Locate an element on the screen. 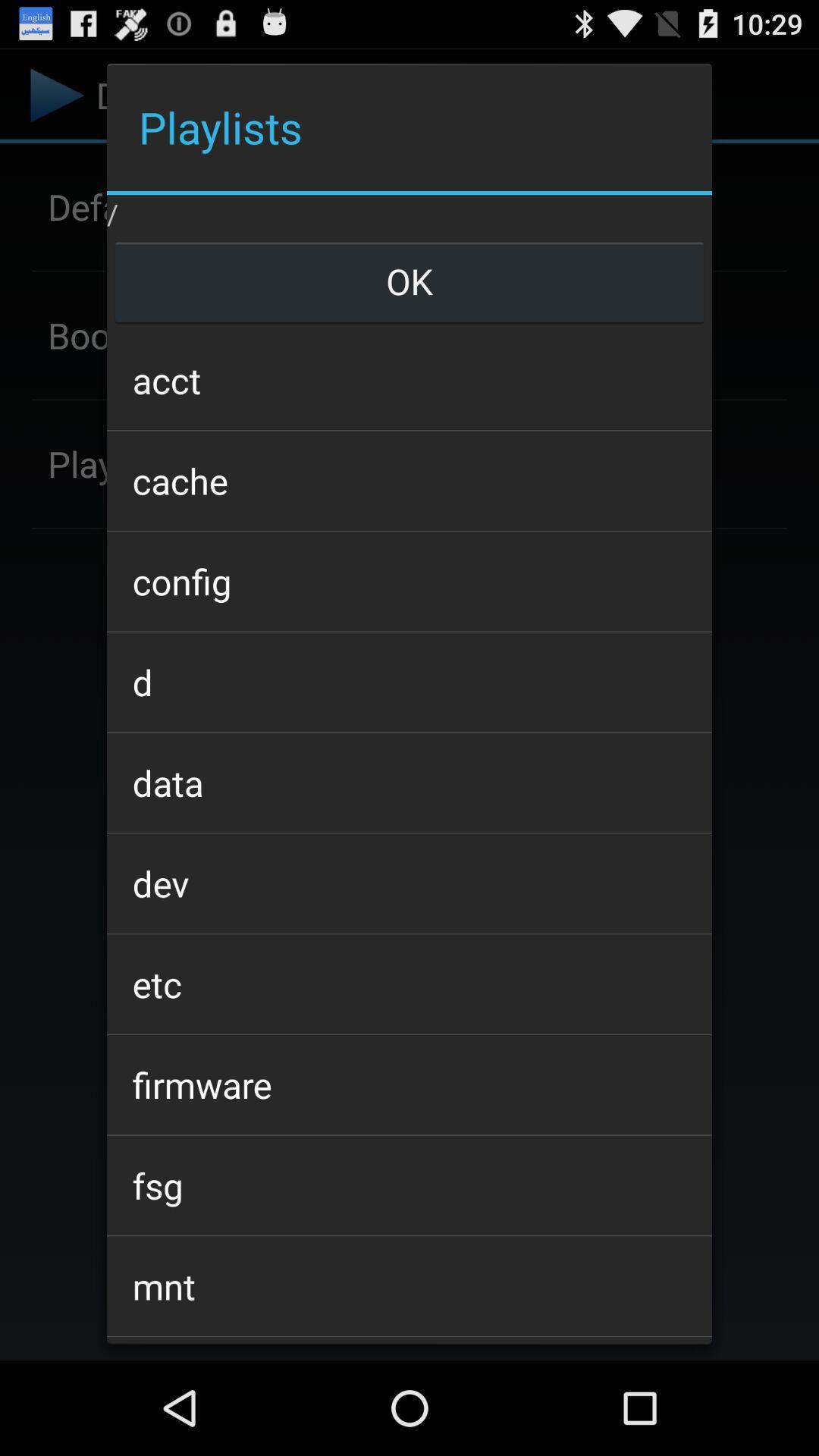  fsg icon is located at coordinates (409, 1185).